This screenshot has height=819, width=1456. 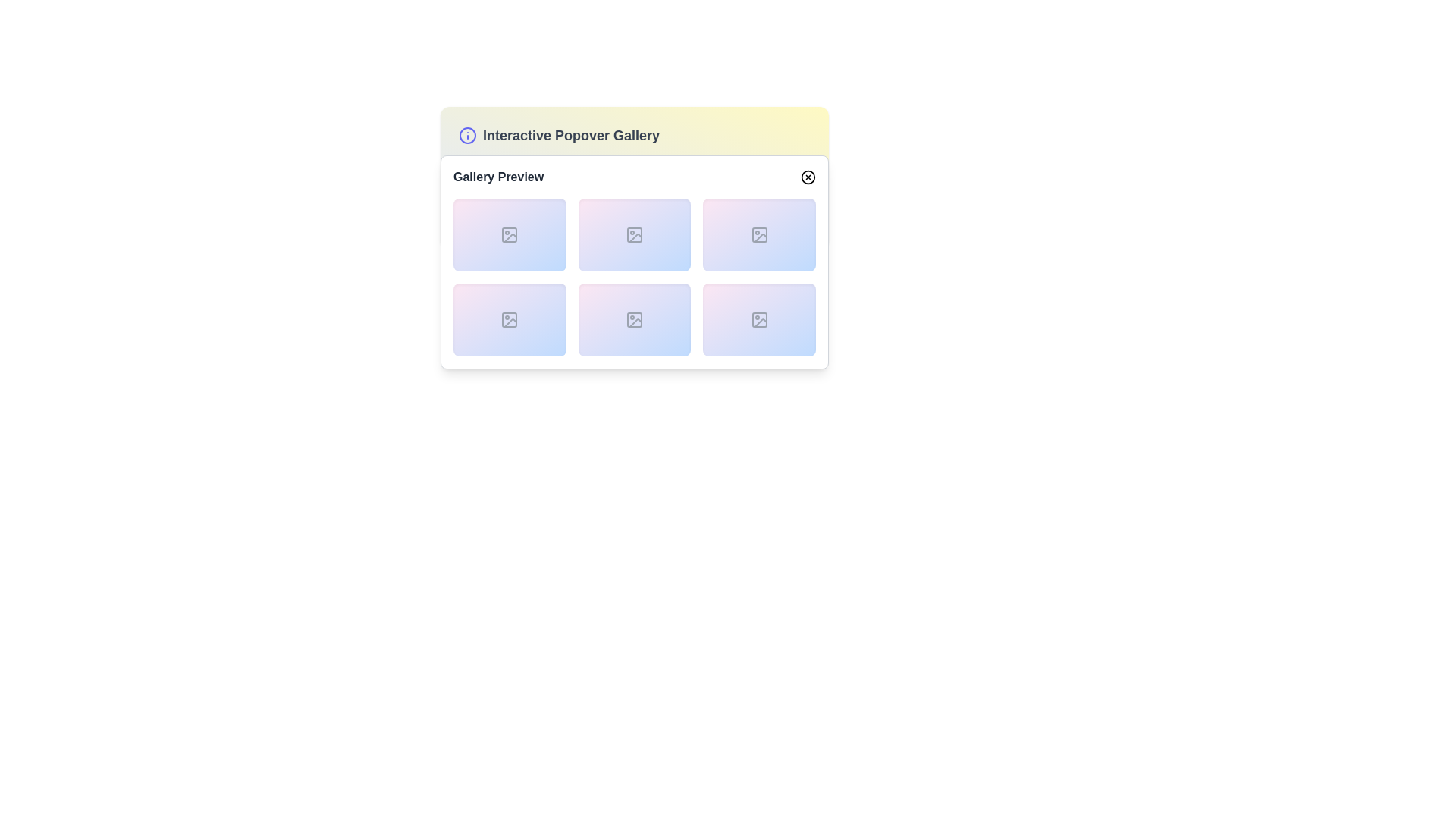 I want to click on the decorative box within the second placeholder image in the top row of the gallery grid in the popover gallery interface, so click(x=634, y=234).